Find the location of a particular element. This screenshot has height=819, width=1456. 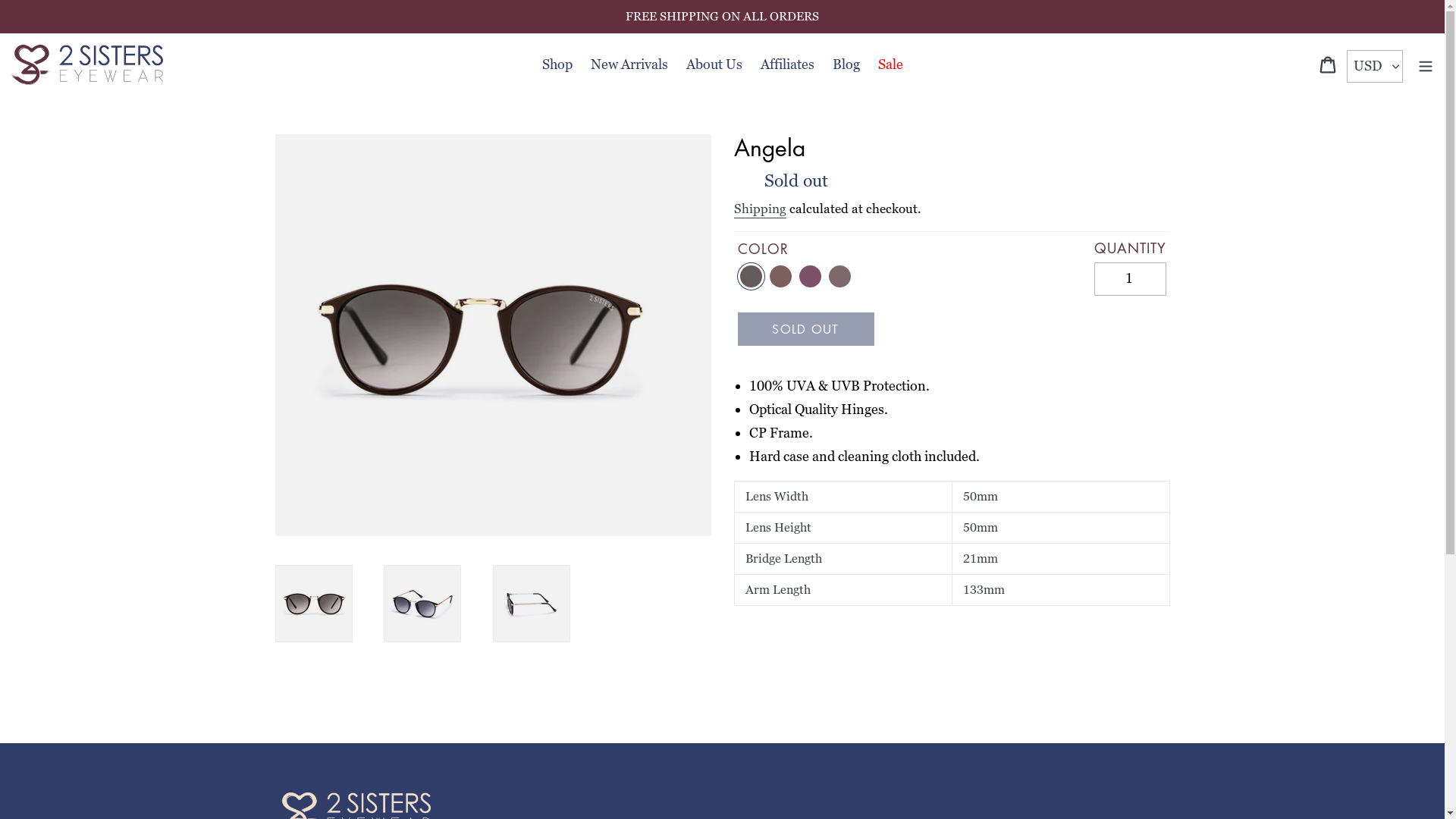

'Tortoise with Gradient Brown Lens' is located at coordinates (780, 276).